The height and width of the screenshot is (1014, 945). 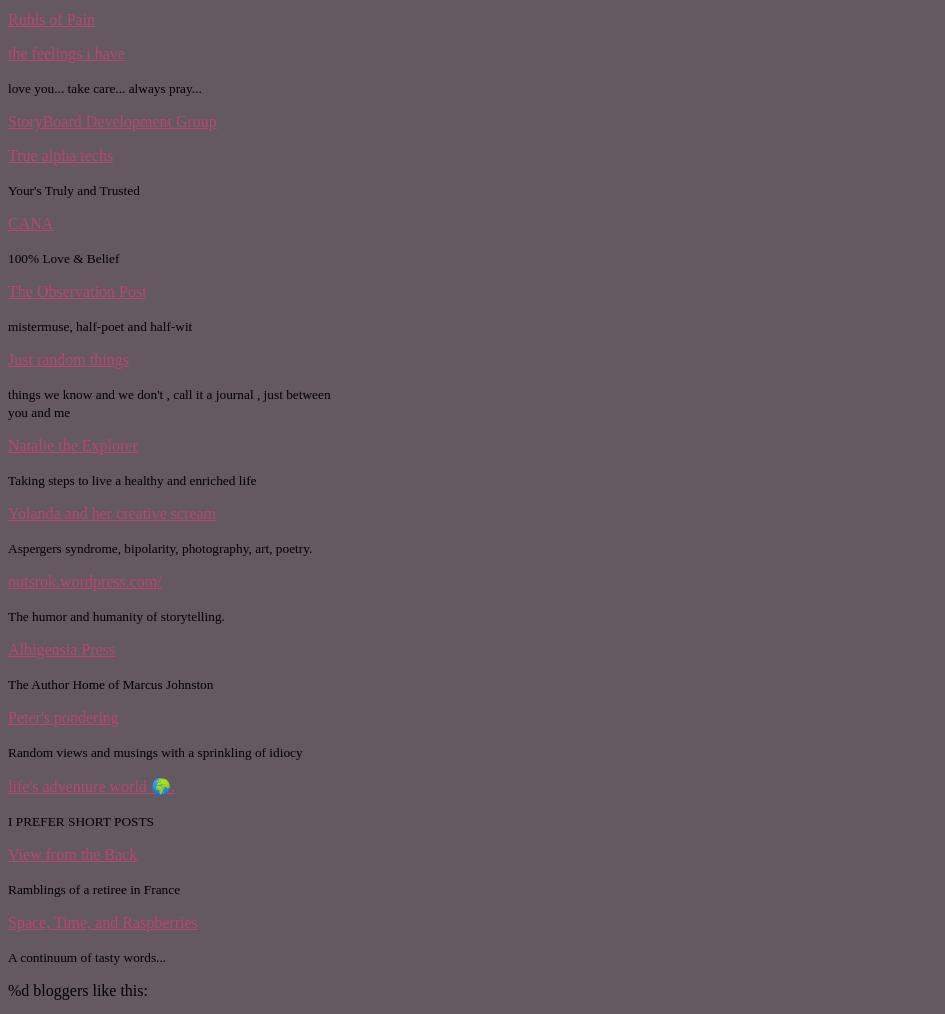 I want to click on 'Just random things', so click(x=8, y=357).